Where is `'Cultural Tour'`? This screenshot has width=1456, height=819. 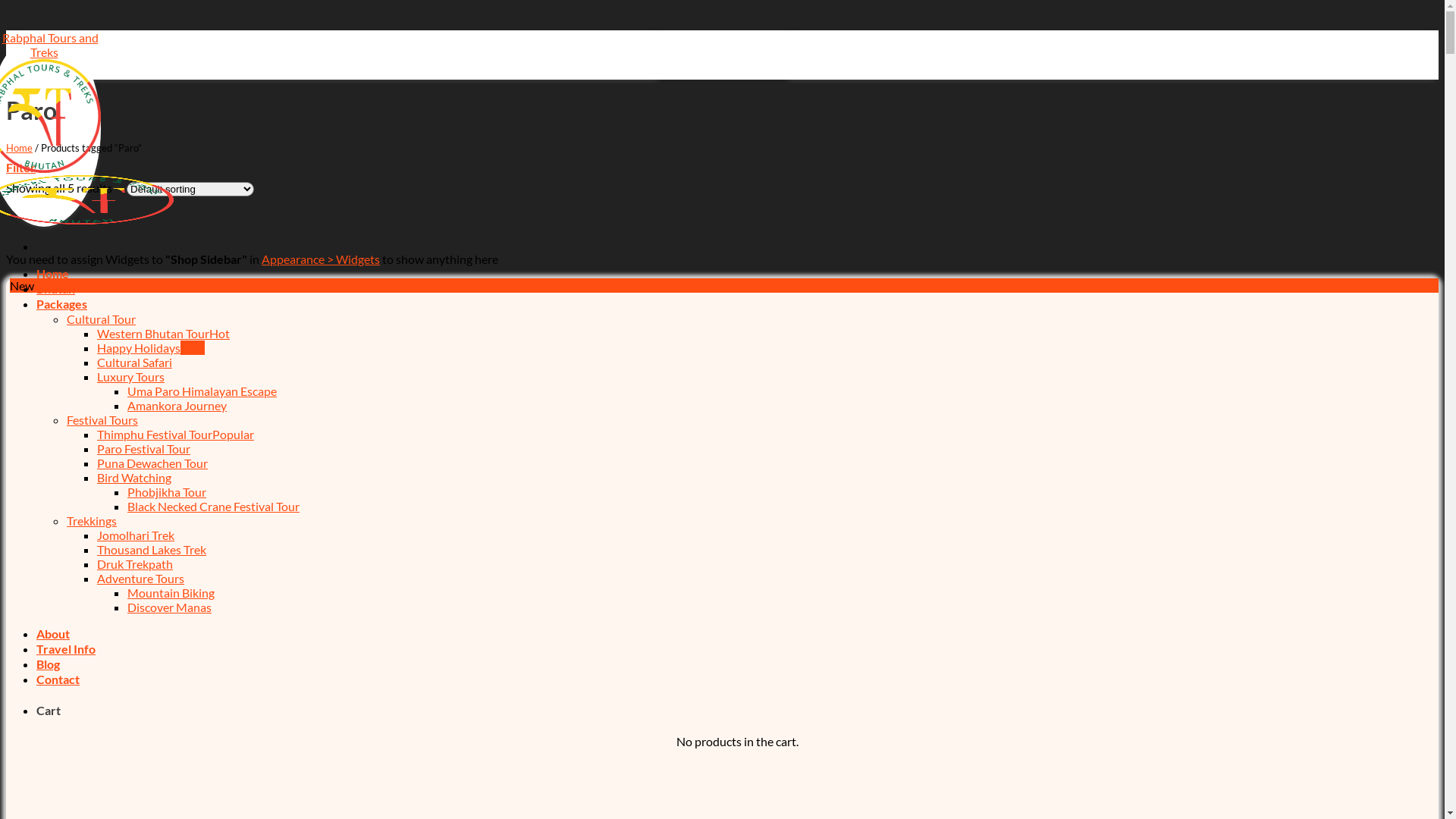
'Cultural Tour' is located at coordinates (65, 318).